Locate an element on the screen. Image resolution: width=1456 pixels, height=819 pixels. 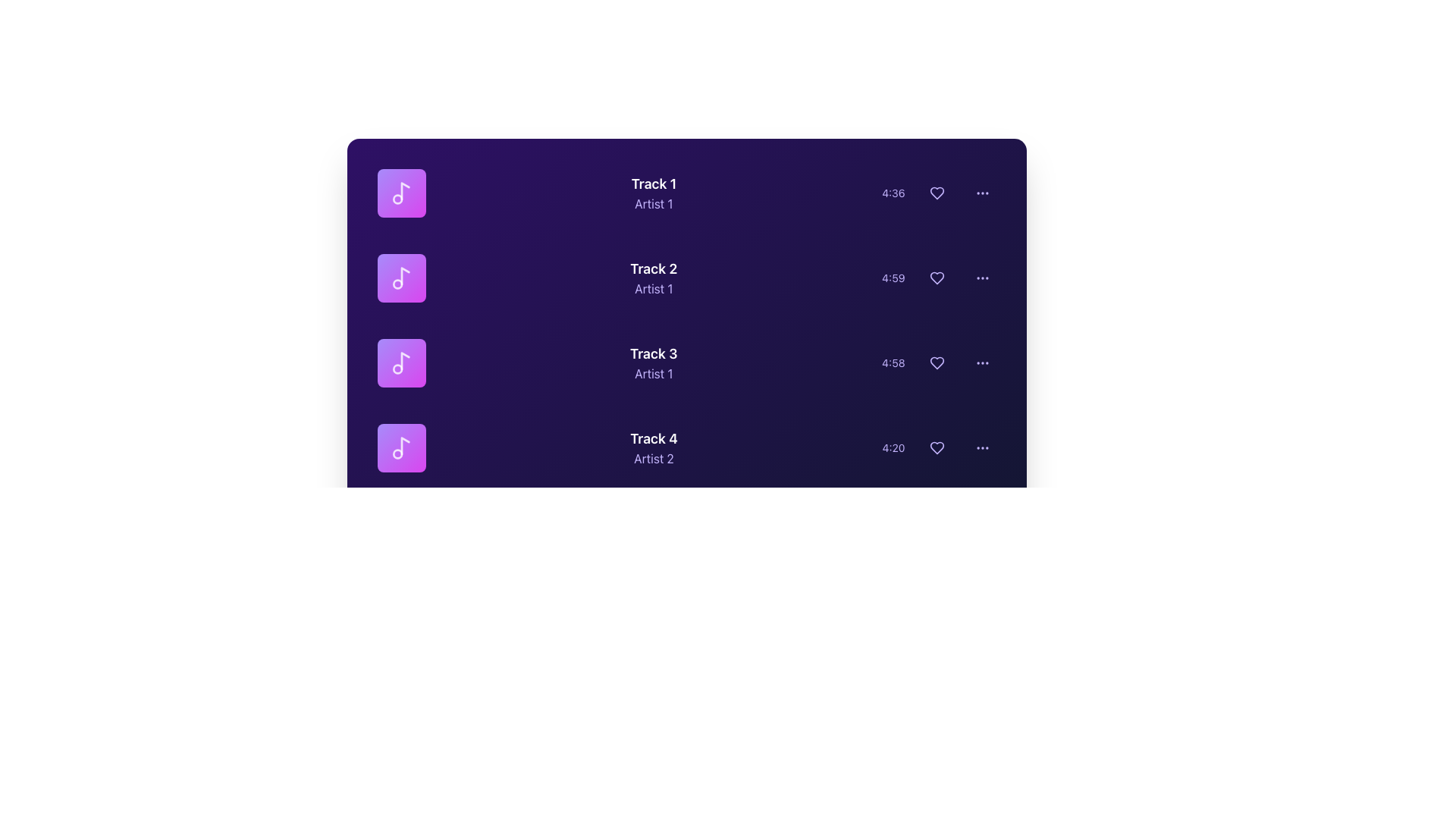
the Decorative Triangle Icon, which is a light violet triangular arrow located on a pink gradient-filled square background, positioned in the third row of square icons in the leftmost column is located at coordinates (402, 362).